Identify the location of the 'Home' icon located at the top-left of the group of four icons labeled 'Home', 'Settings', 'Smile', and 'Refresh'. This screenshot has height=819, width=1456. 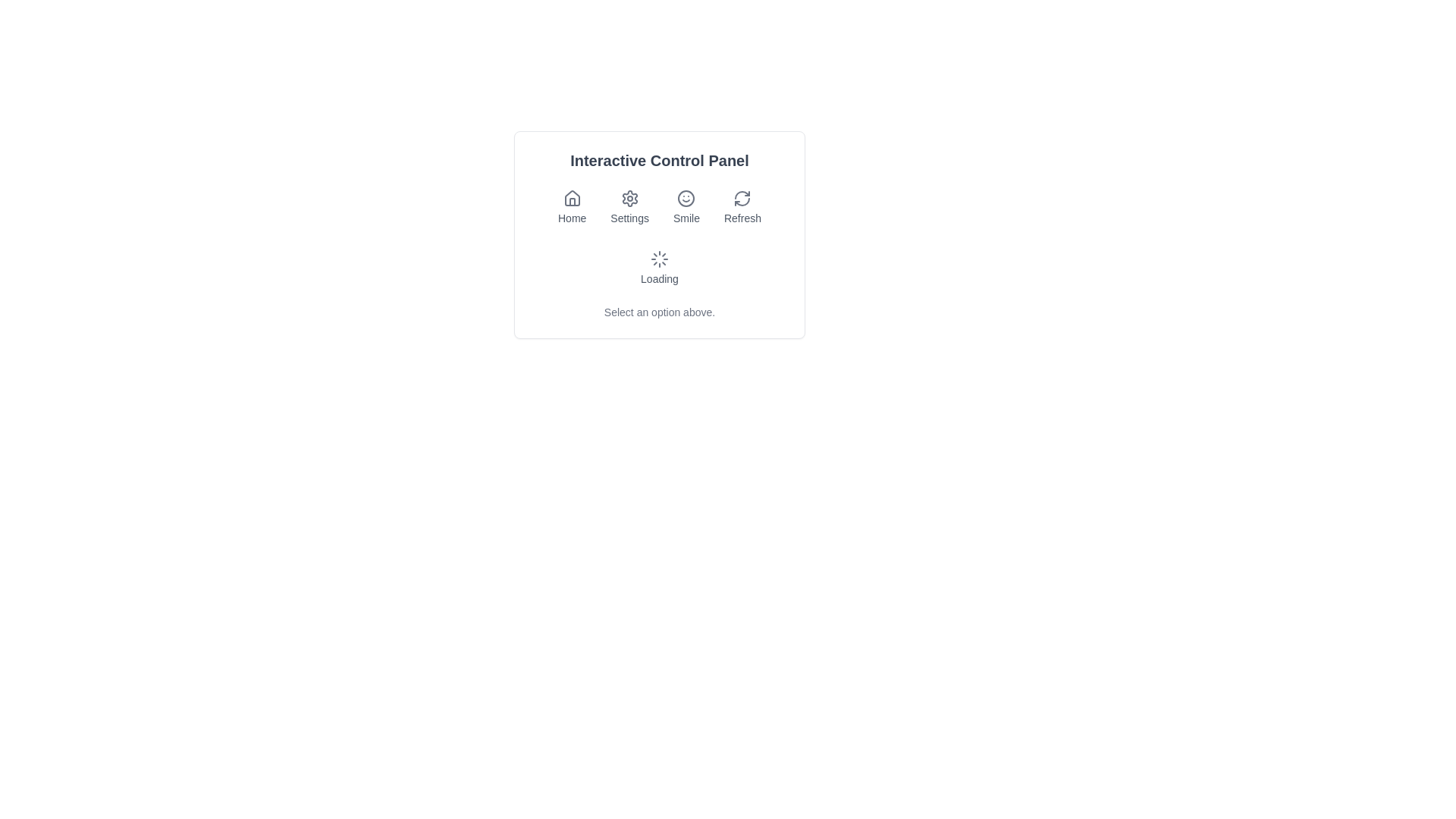
(571, 197).